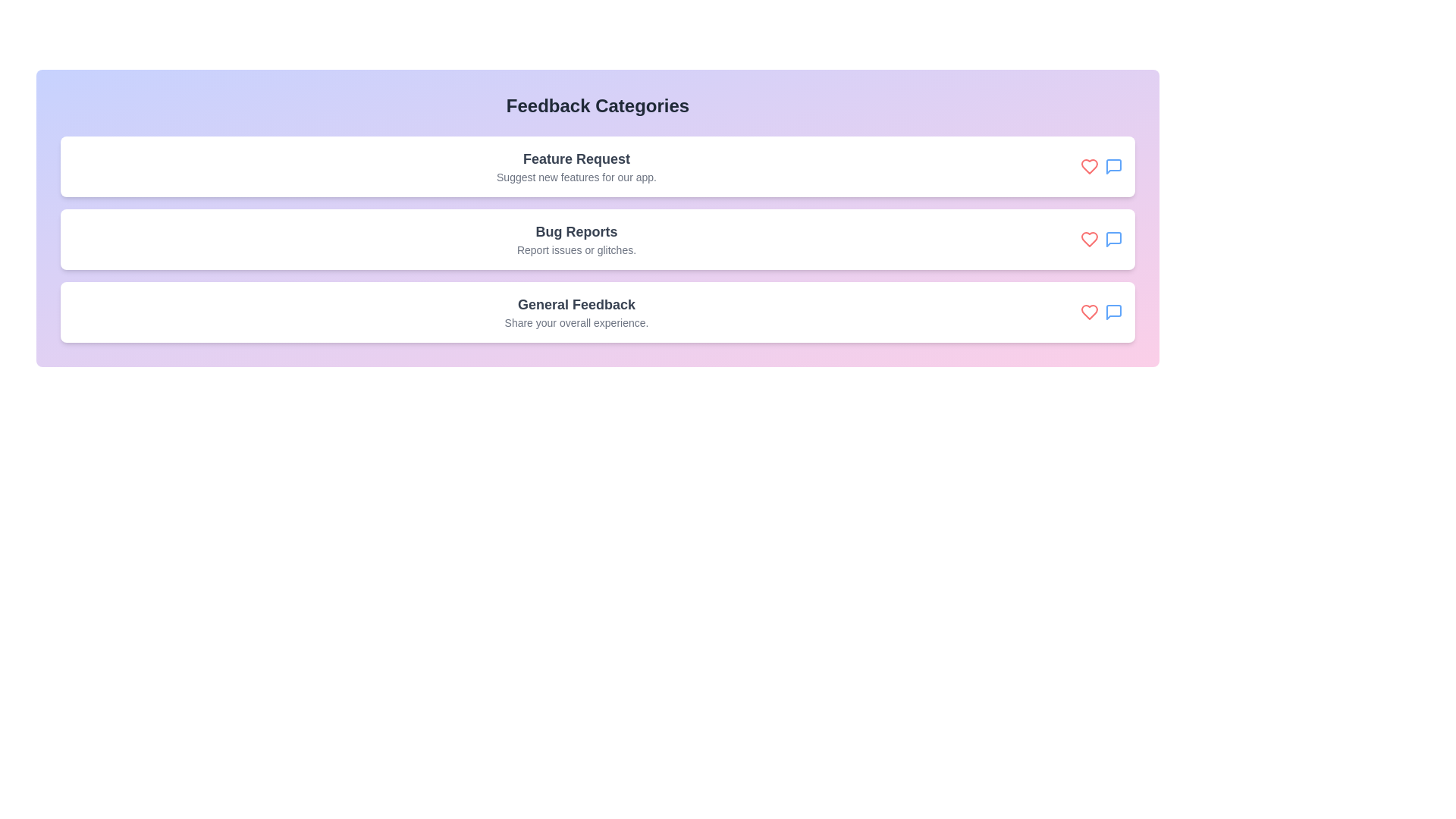  I want to click on the comment icon for the feedback category Feature Request, so click(1113, 166).